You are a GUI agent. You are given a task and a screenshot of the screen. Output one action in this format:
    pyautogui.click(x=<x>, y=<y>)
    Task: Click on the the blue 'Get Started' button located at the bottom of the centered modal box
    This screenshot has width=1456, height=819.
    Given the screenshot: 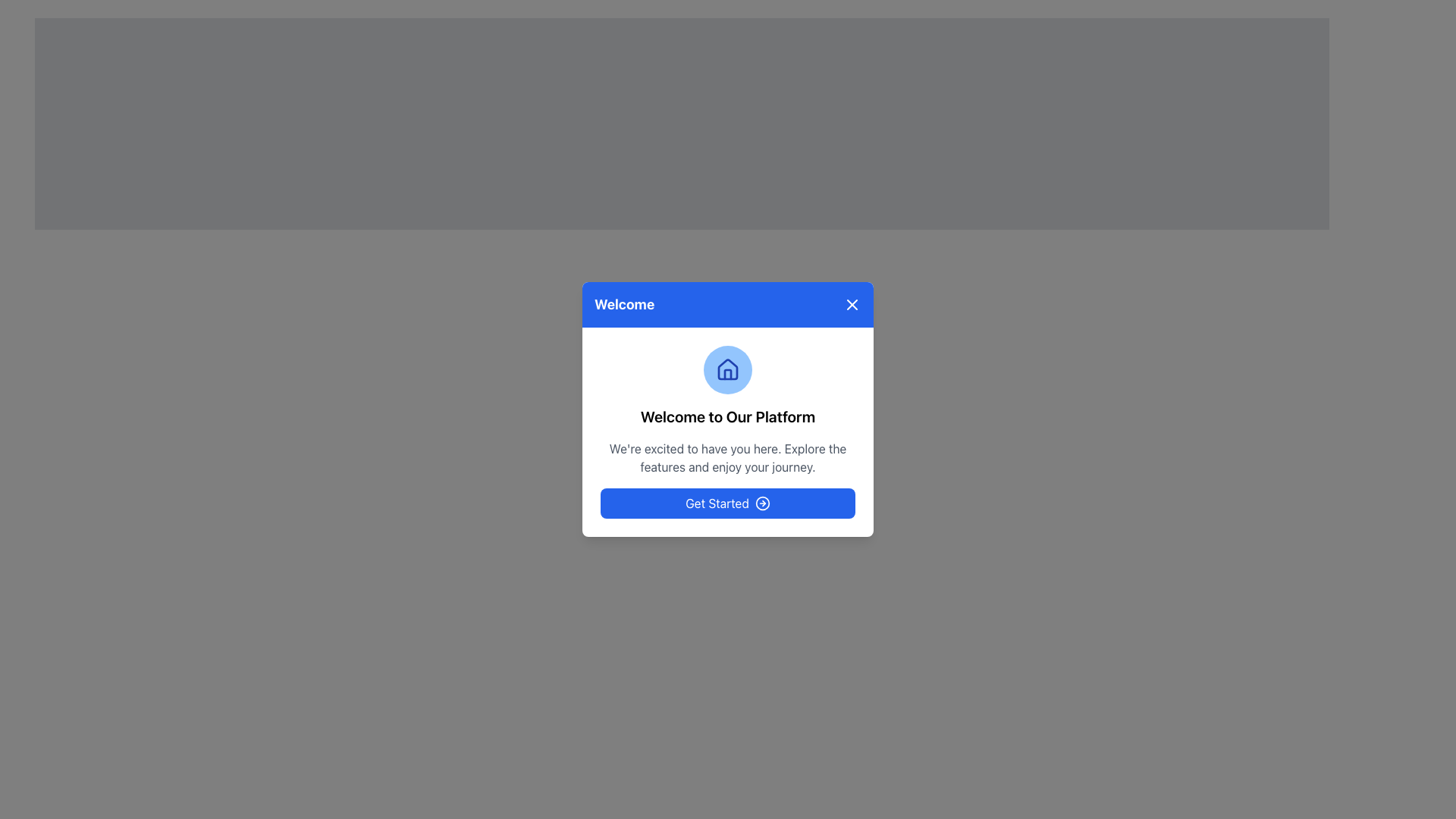 What is the action you would take?
    pyautogui.click(x=728, y=503)
    